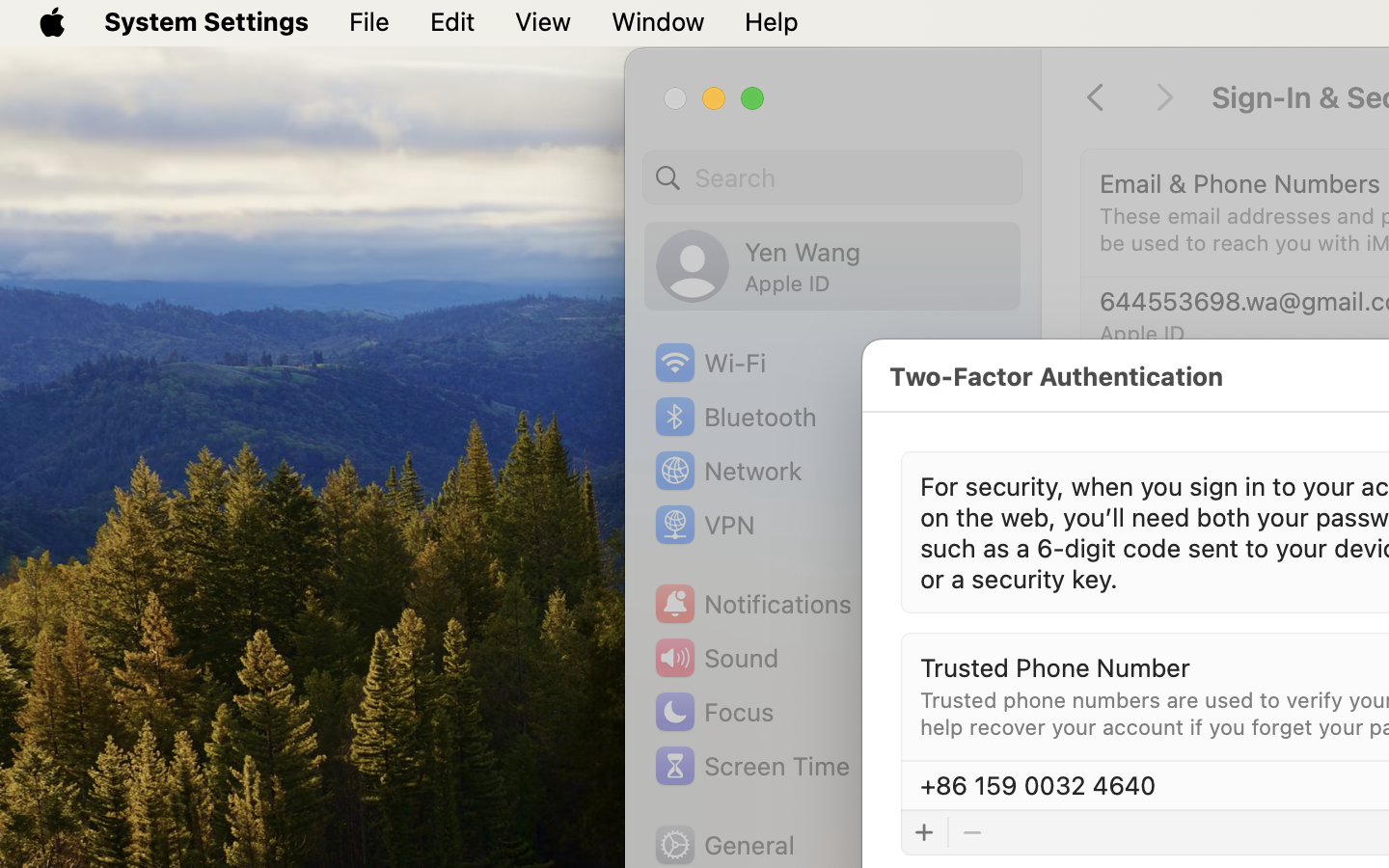 Image resolution: width=1389 pixels, height=868 pixels. Describe the element at coordinates (734, 417) in the screenshot. I see `'Bluetooth'` at that location.